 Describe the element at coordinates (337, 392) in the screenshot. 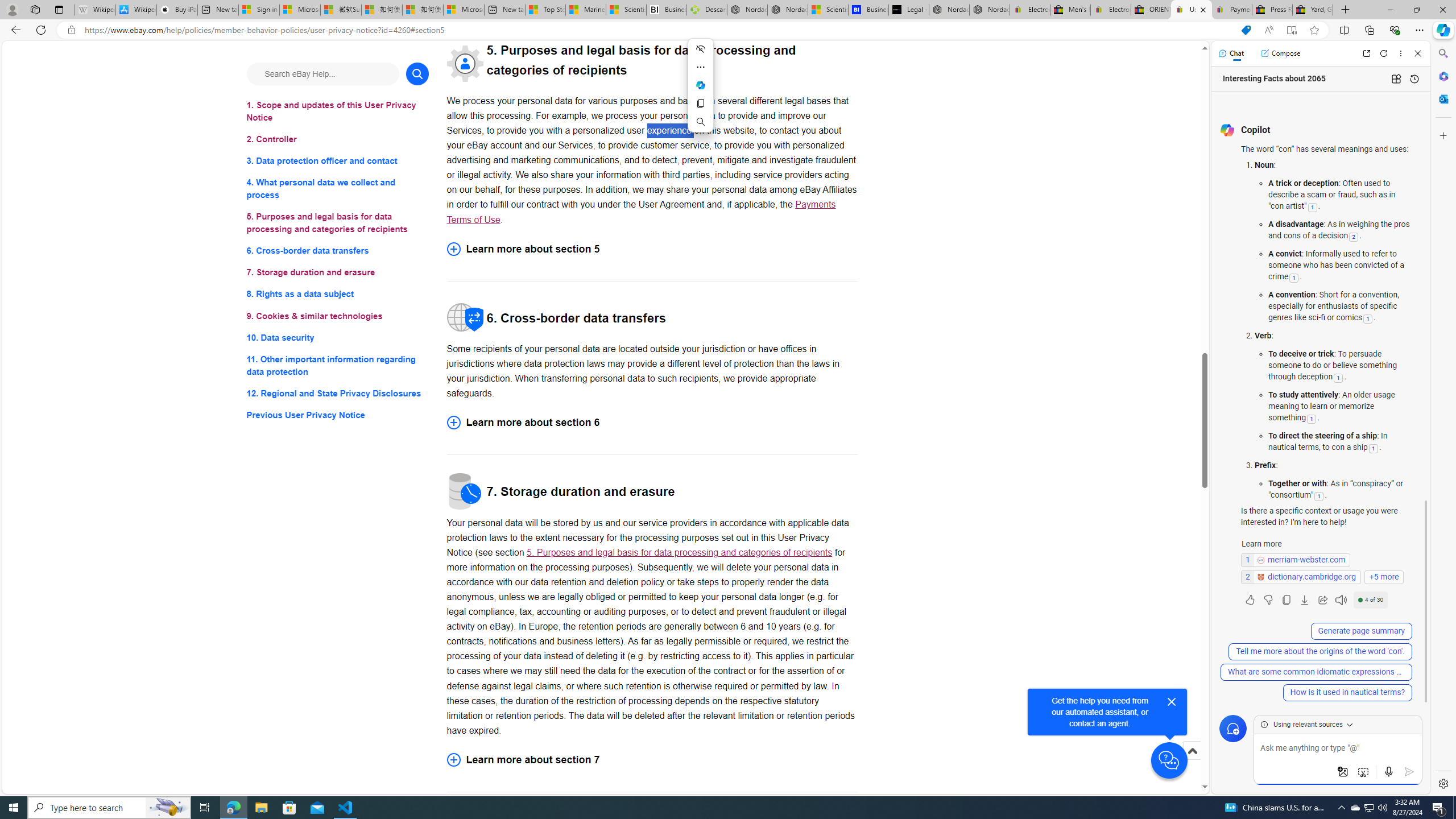

I see `'12. Regional and State Privacy Disclosures'` at that location.